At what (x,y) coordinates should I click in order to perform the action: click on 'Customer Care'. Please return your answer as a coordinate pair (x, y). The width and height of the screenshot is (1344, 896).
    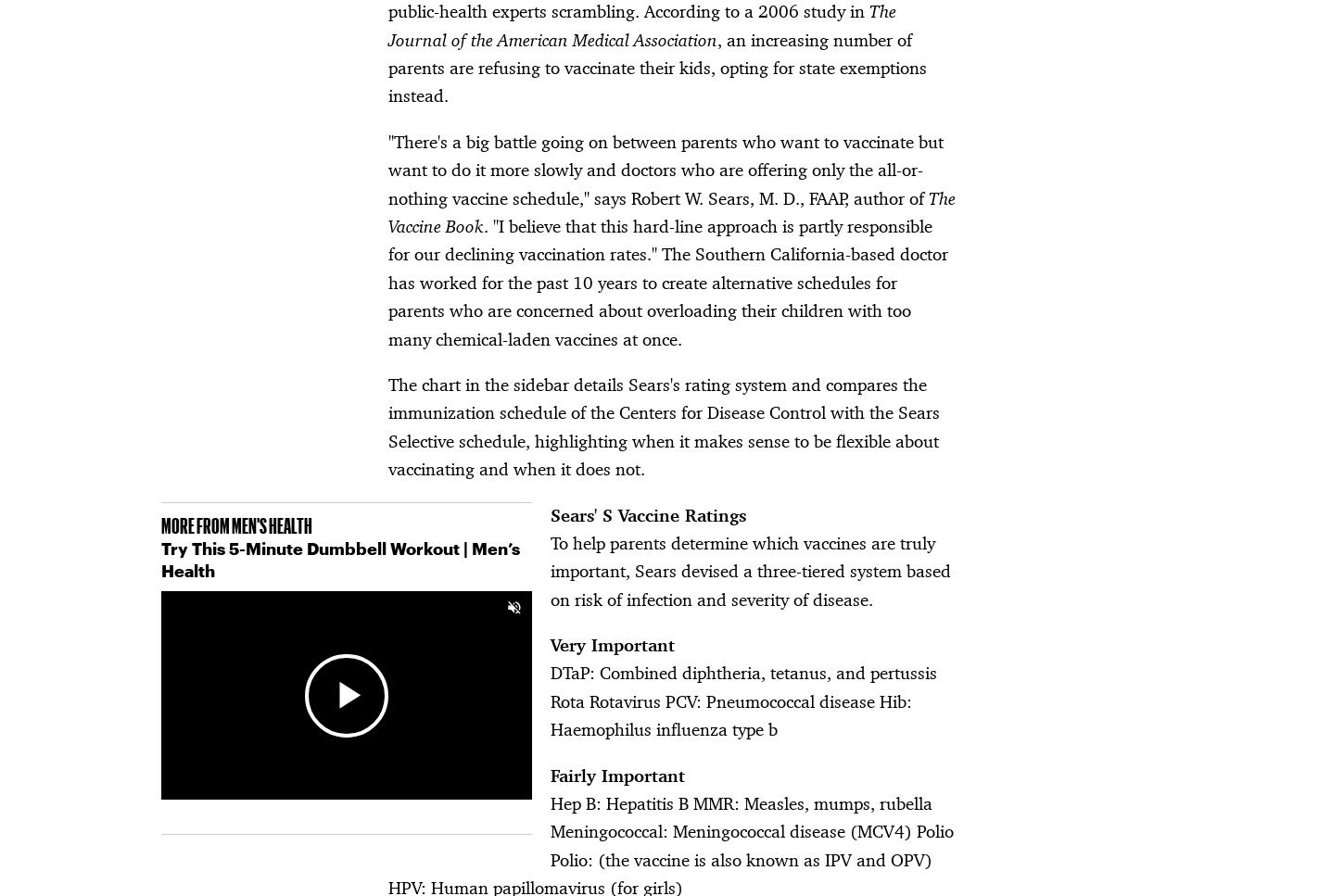
    Looking at the image, I should click on (720, 610).